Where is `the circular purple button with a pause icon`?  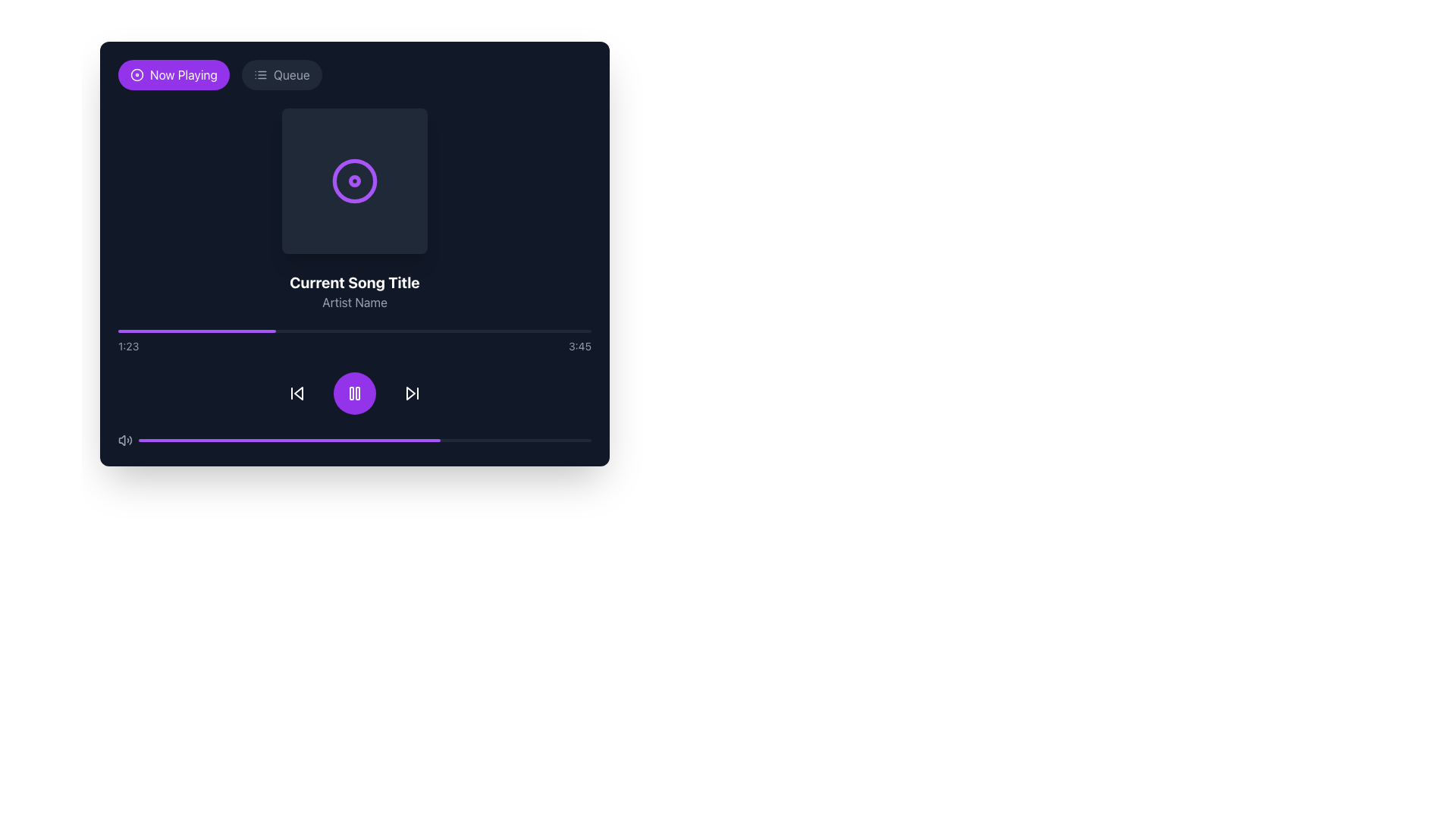 the circular purple button with a pause icon is located at coordinates (353, 393).